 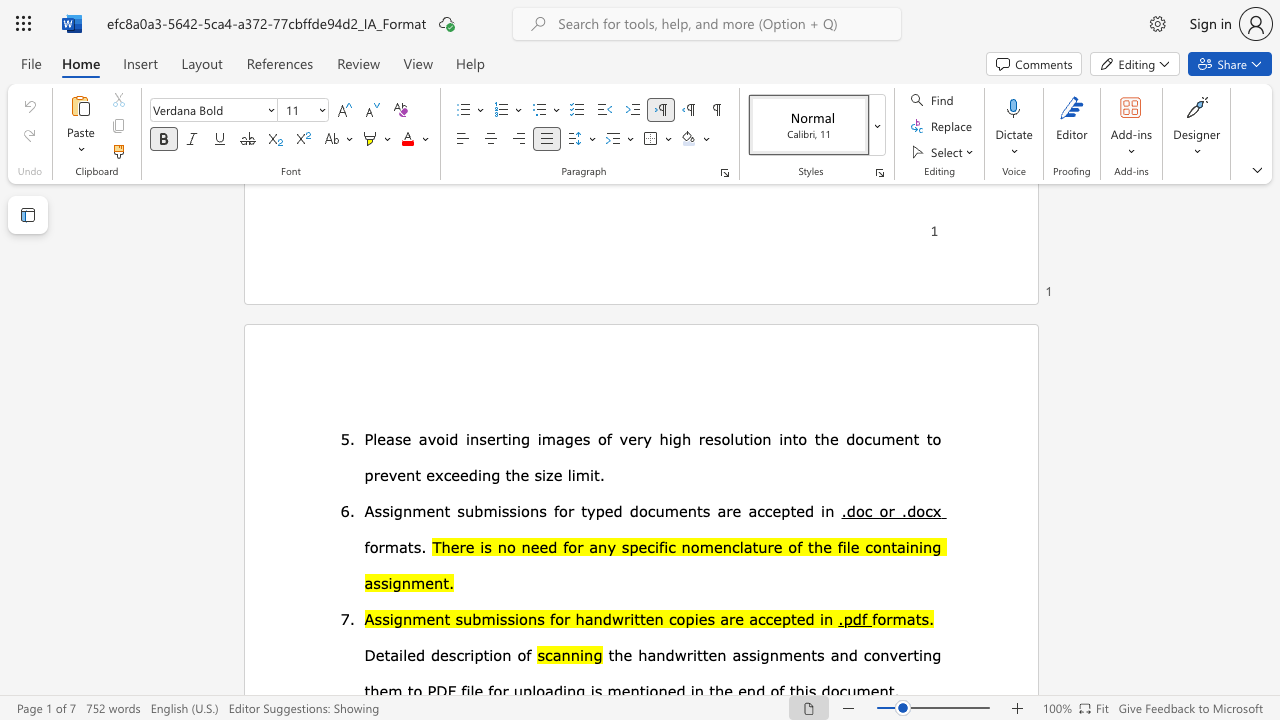 I want to click on the subset text "ed document" within the text "for typed documents", so click(x=603, y=509).